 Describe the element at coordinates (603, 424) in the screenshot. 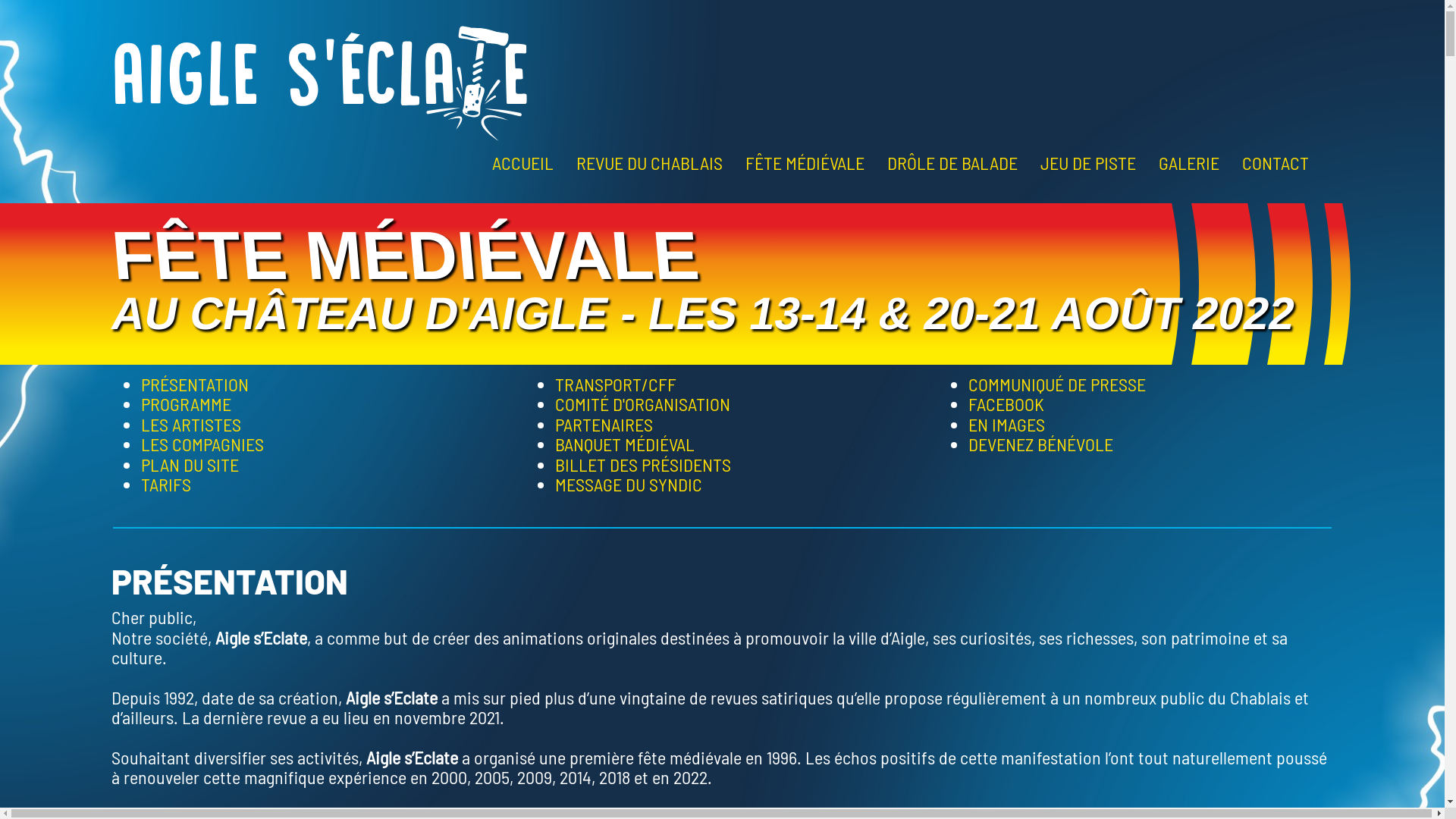

I see `'PARTENAIRES'` at that location.